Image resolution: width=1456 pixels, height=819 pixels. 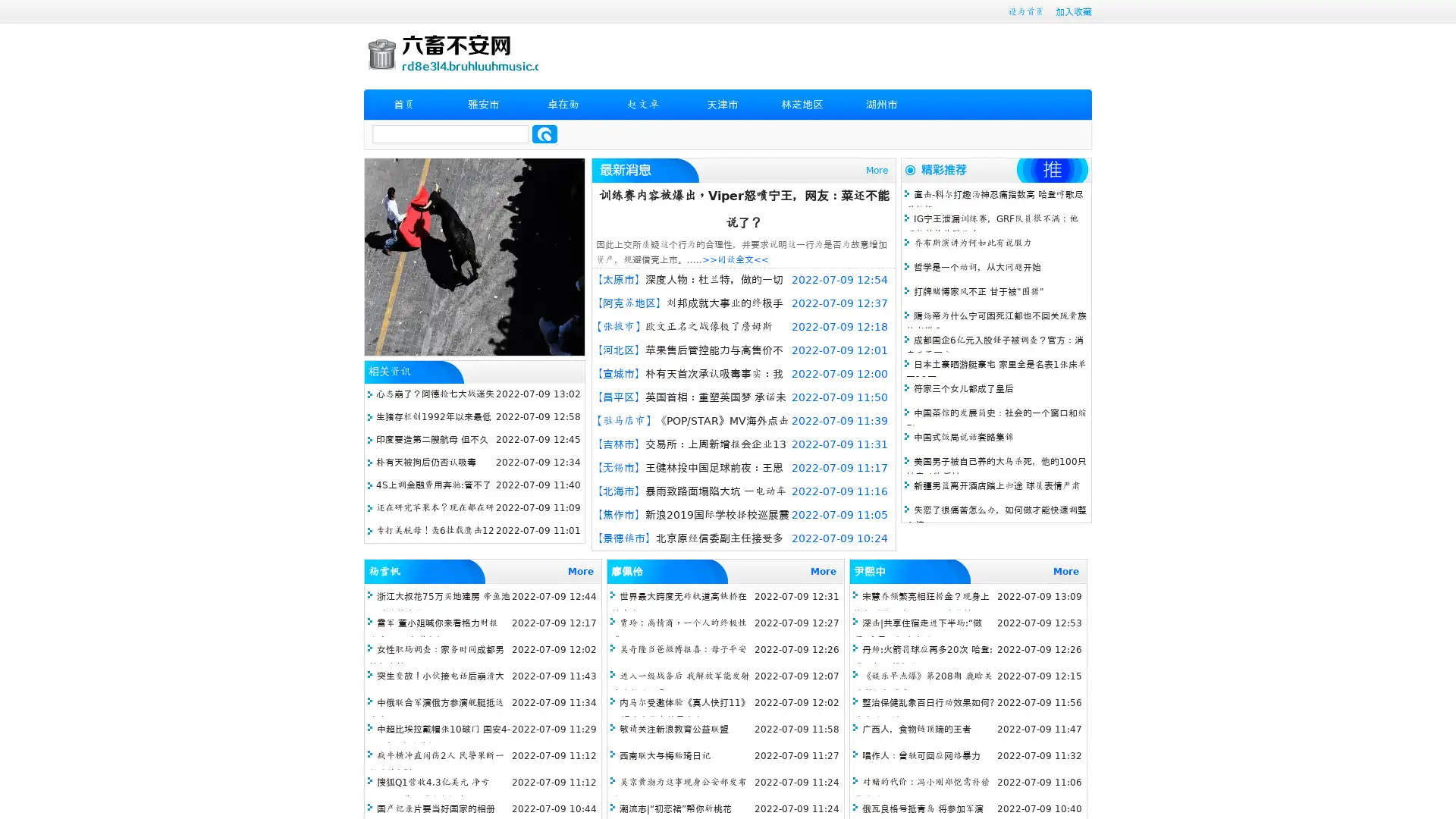 I want to click on Search, so click(x=544, y=133).